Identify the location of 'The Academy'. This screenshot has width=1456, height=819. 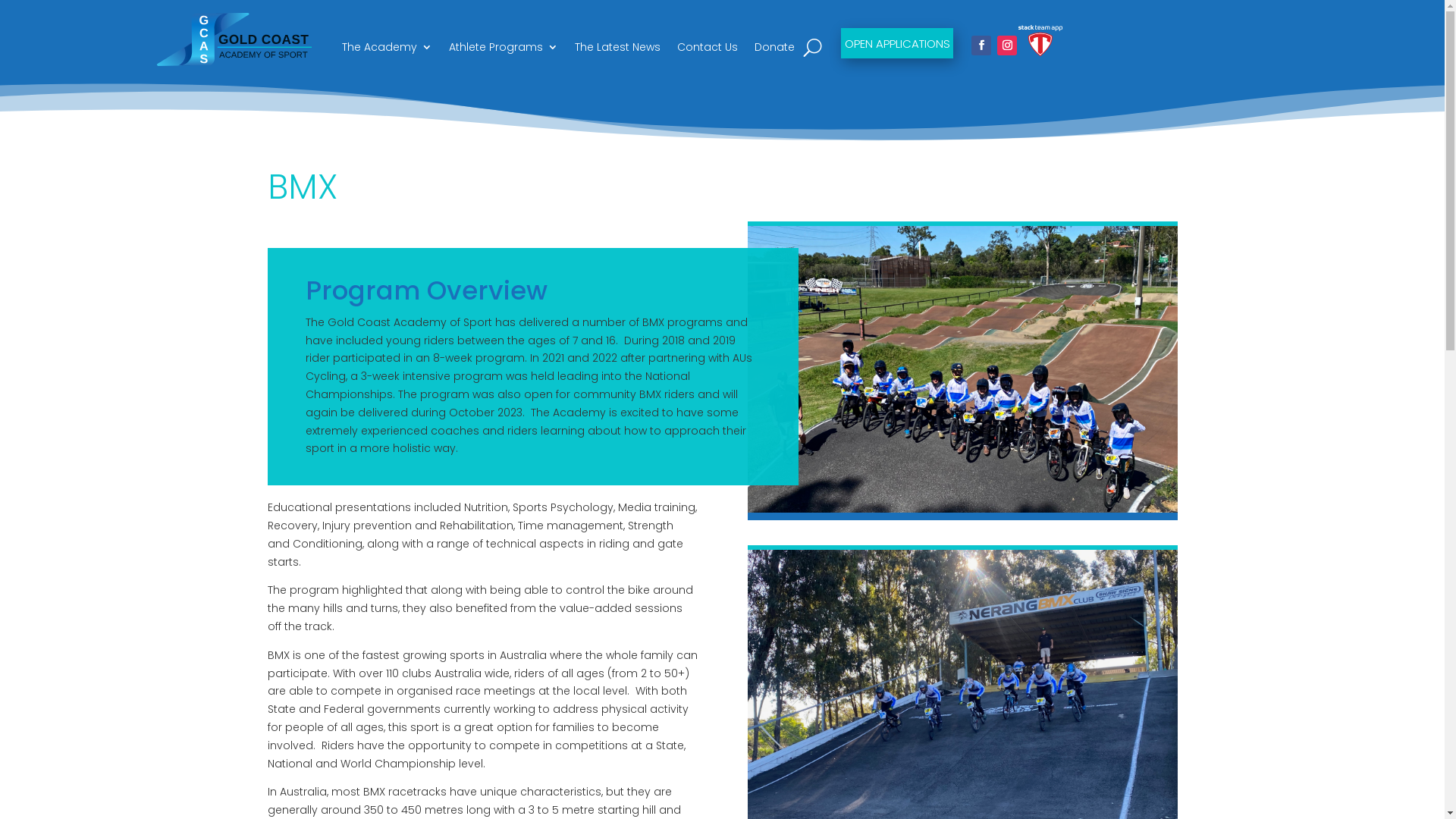
(387, 49).